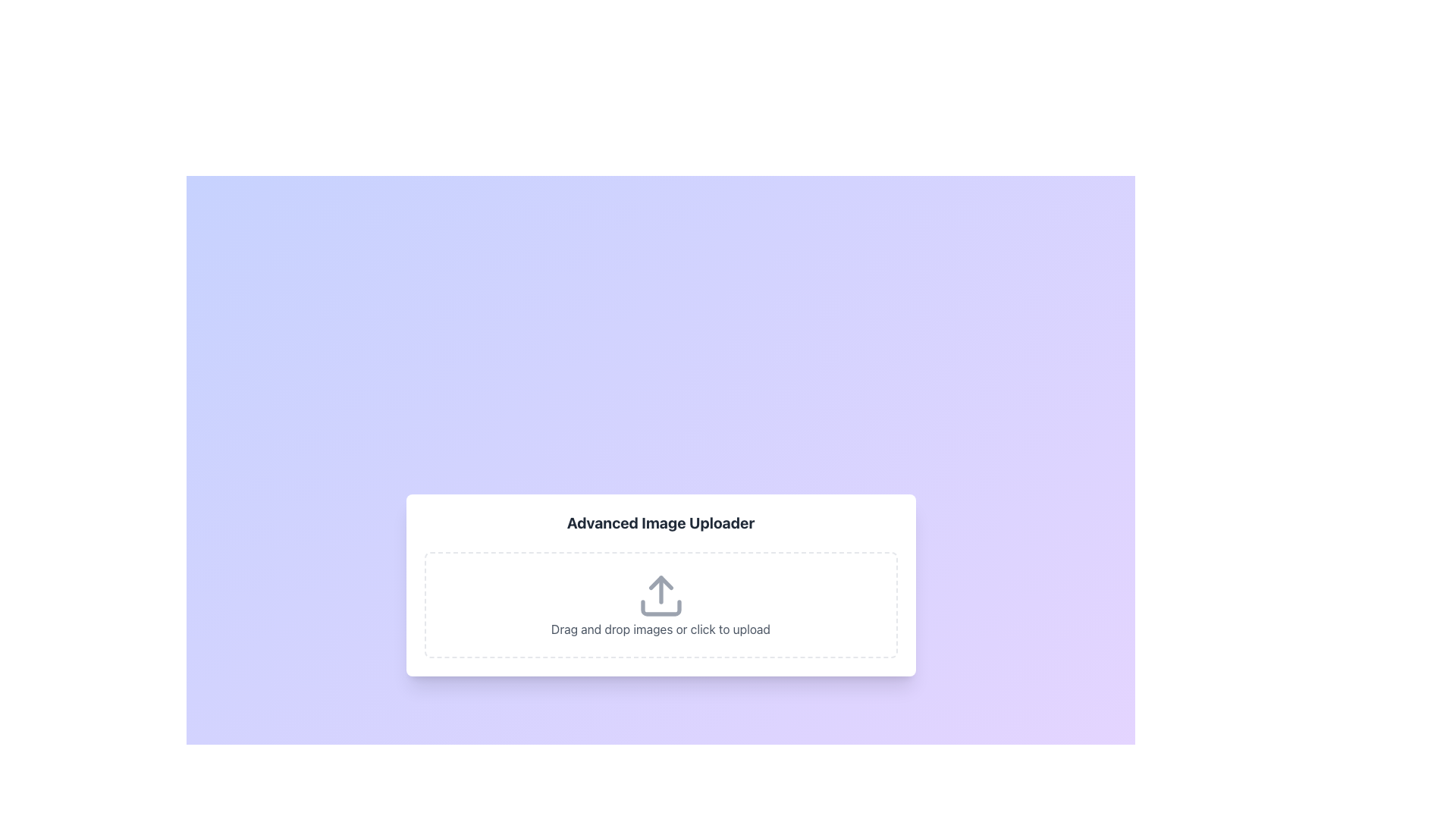 The height and width of the screenshot is (819, 1456). Describe the element at coordinates (661, 595) in the screenshot. I see `the SVG icon resembling an upward-pointing arrow within a U-shape` at that location.